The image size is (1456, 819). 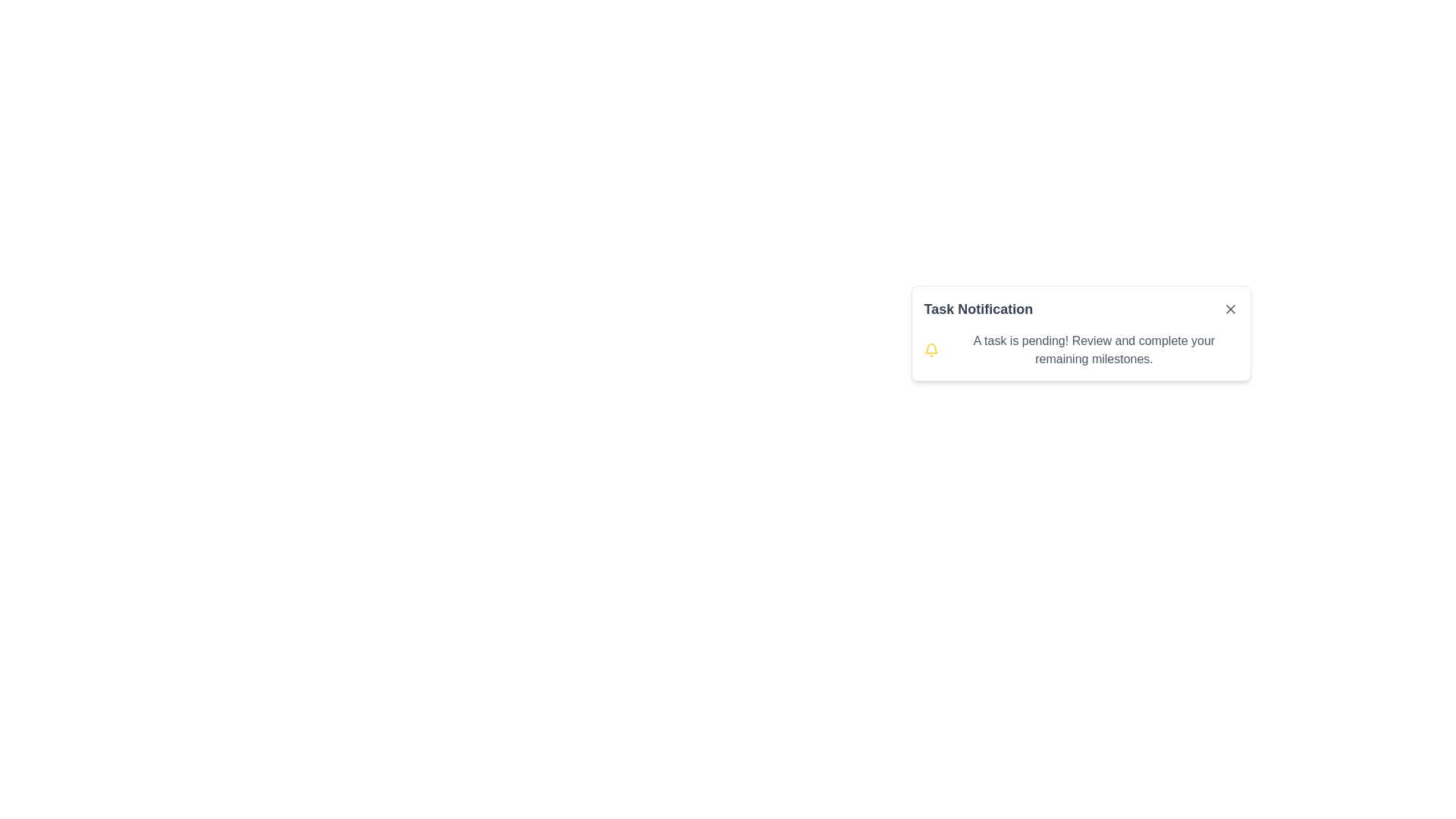 I want to click on notification message 'A task is pending! Review and complete your remaining milestones.' displayed within the notification card below the title 'Task Notification', so click(x=1080, y=350).